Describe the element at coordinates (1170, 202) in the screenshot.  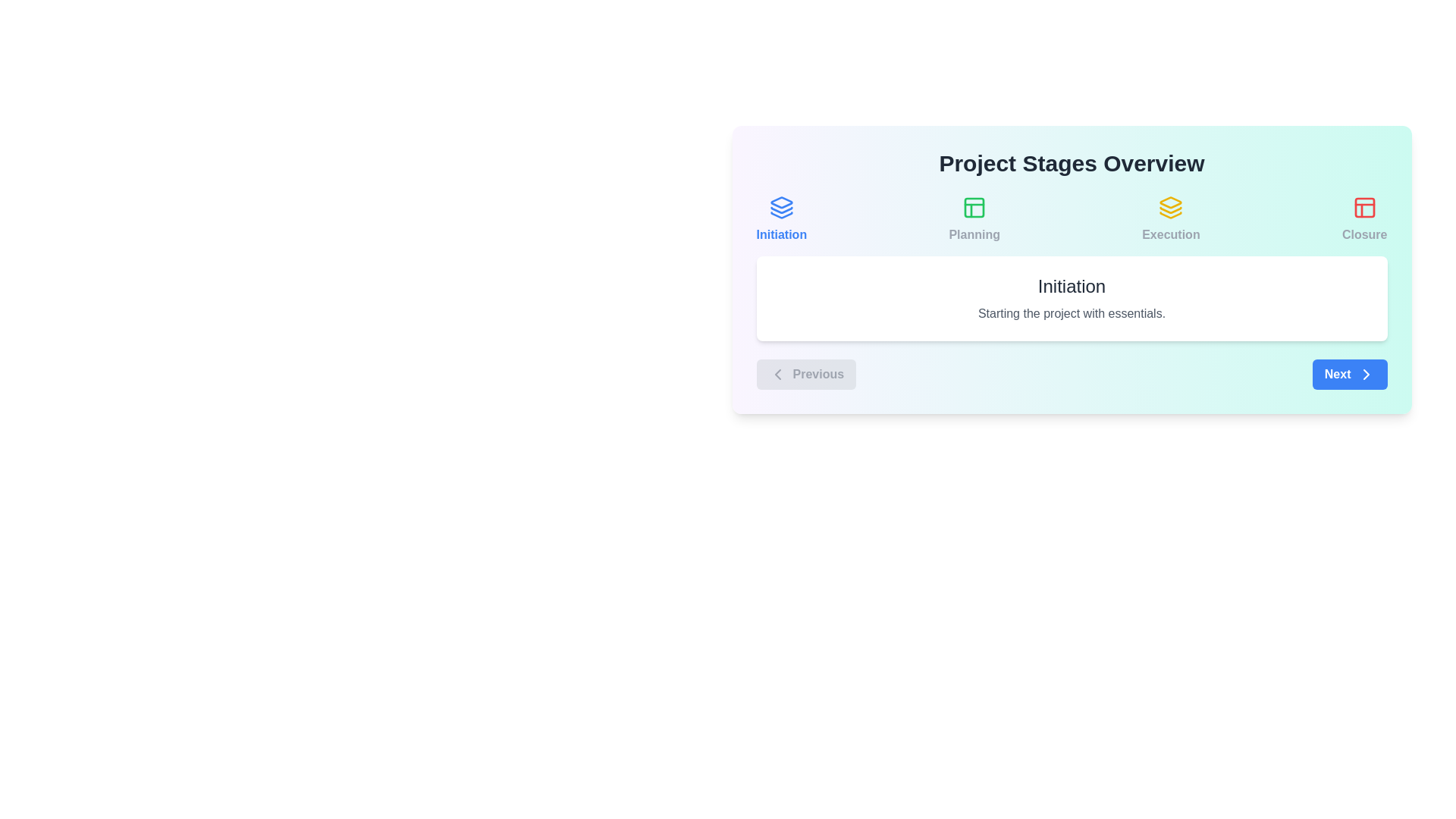
I see `the triangular-shaped yellow graphical icon element located in the middle layer of the stacked icon in the top-left part of the UI, which is part of the 'Initiation' project stages header` at that location.